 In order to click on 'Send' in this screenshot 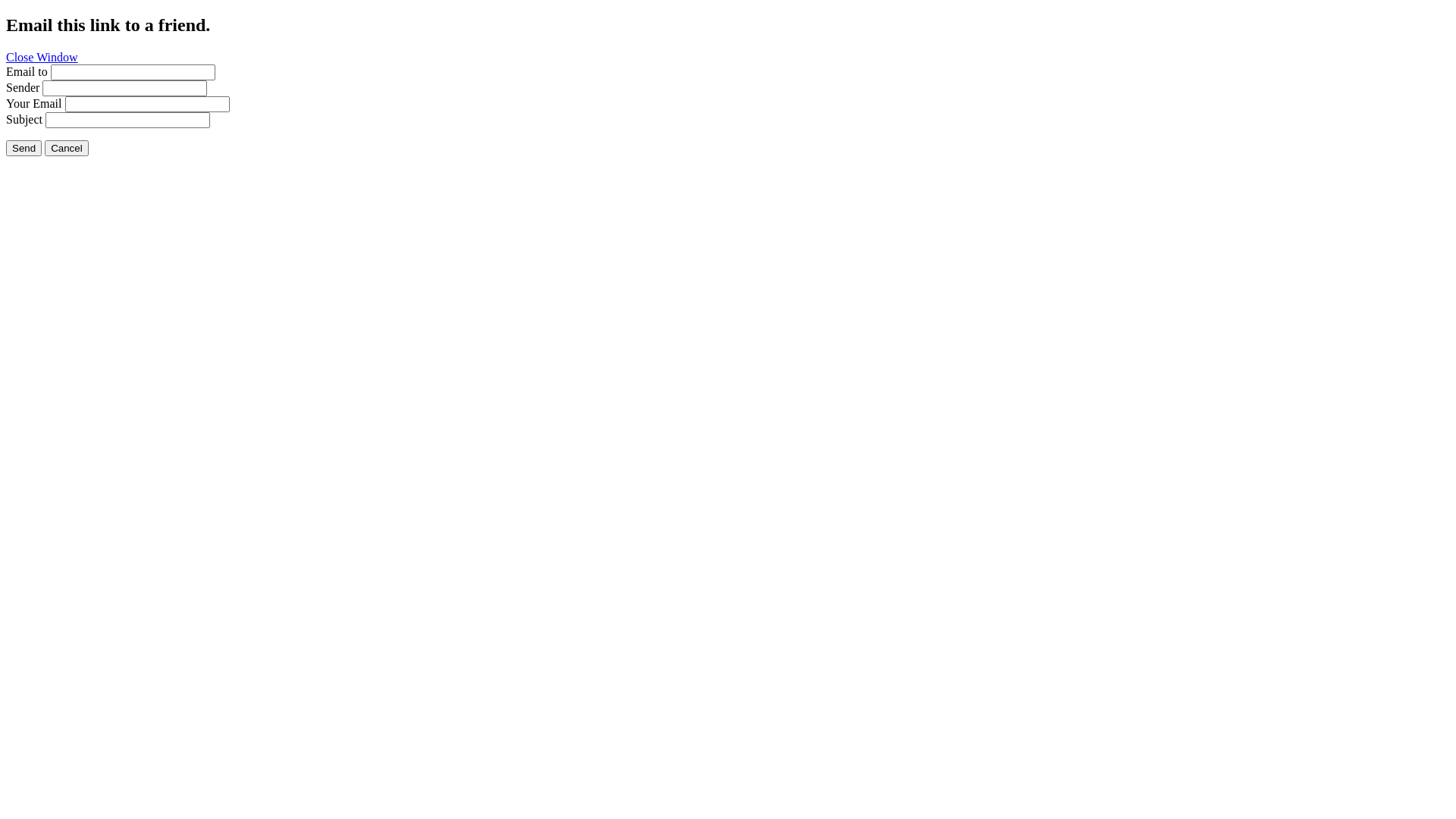, I will do `click(6, 148)`.